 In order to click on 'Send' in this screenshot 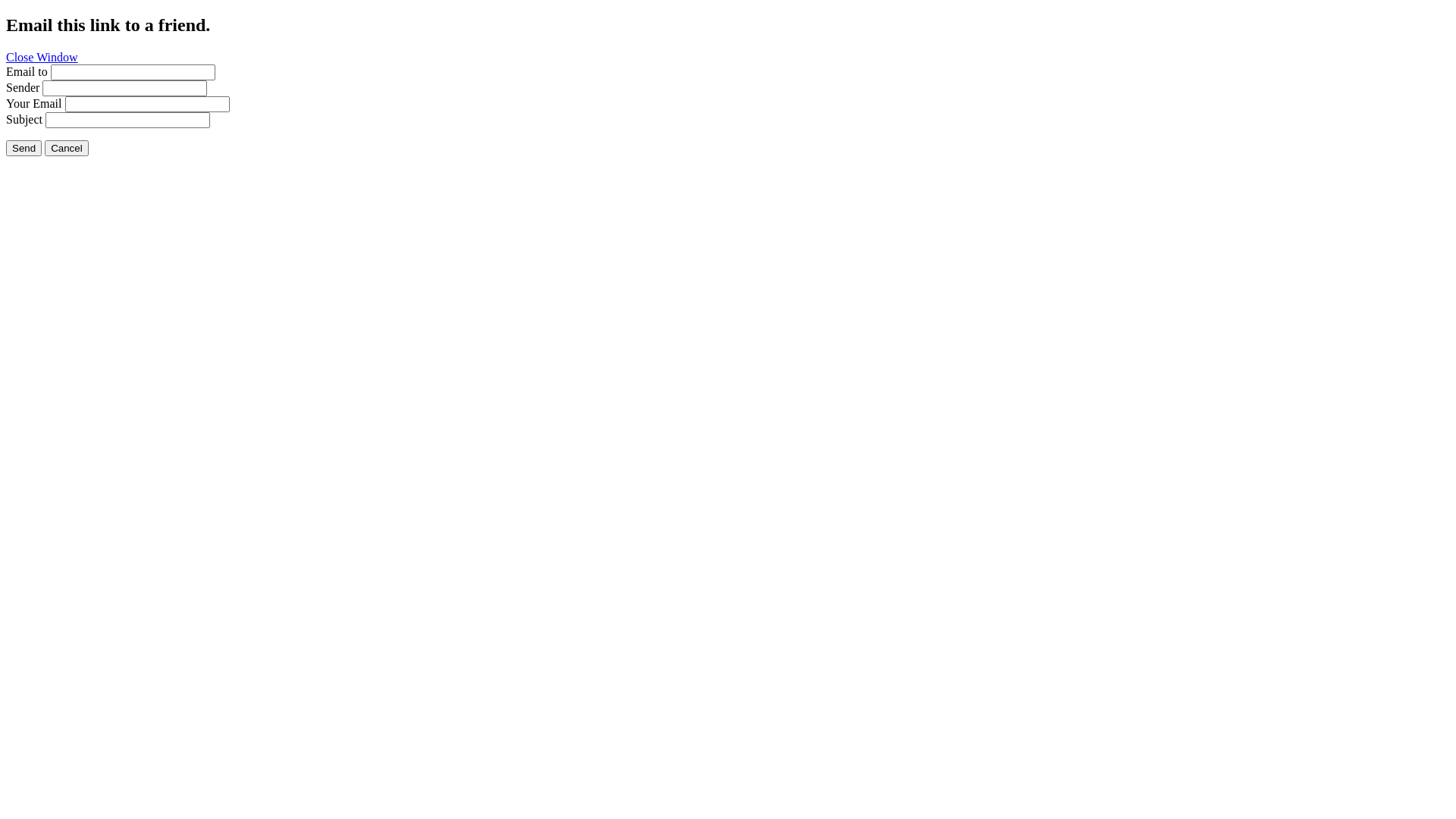, I will do `click(6, 148)`.